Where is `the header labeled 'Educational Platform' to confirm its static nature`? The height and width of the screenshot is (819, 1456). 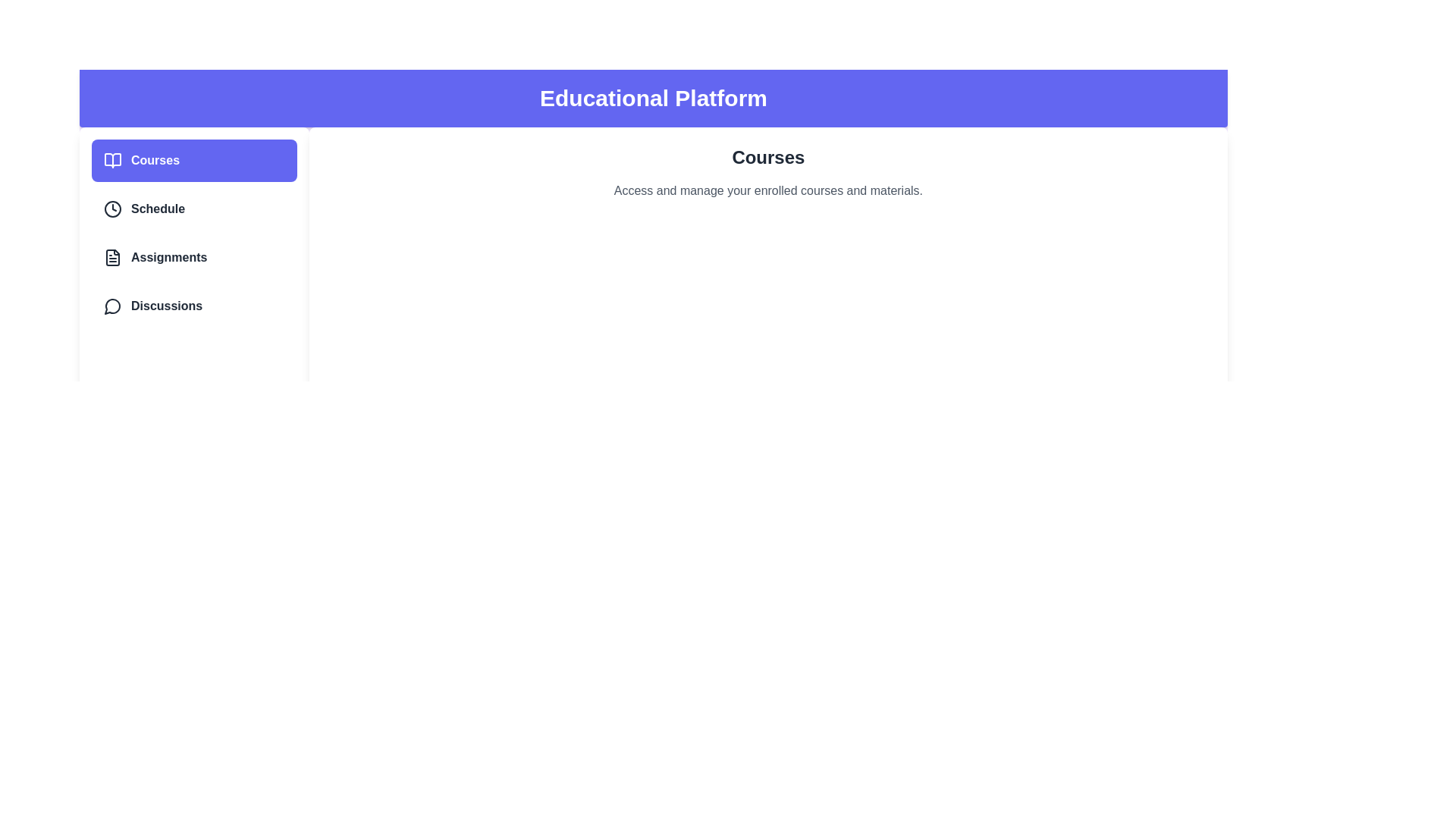
the header labeled 'Educational Platform' to confirm its static nature is located at coordinates (654, 99).